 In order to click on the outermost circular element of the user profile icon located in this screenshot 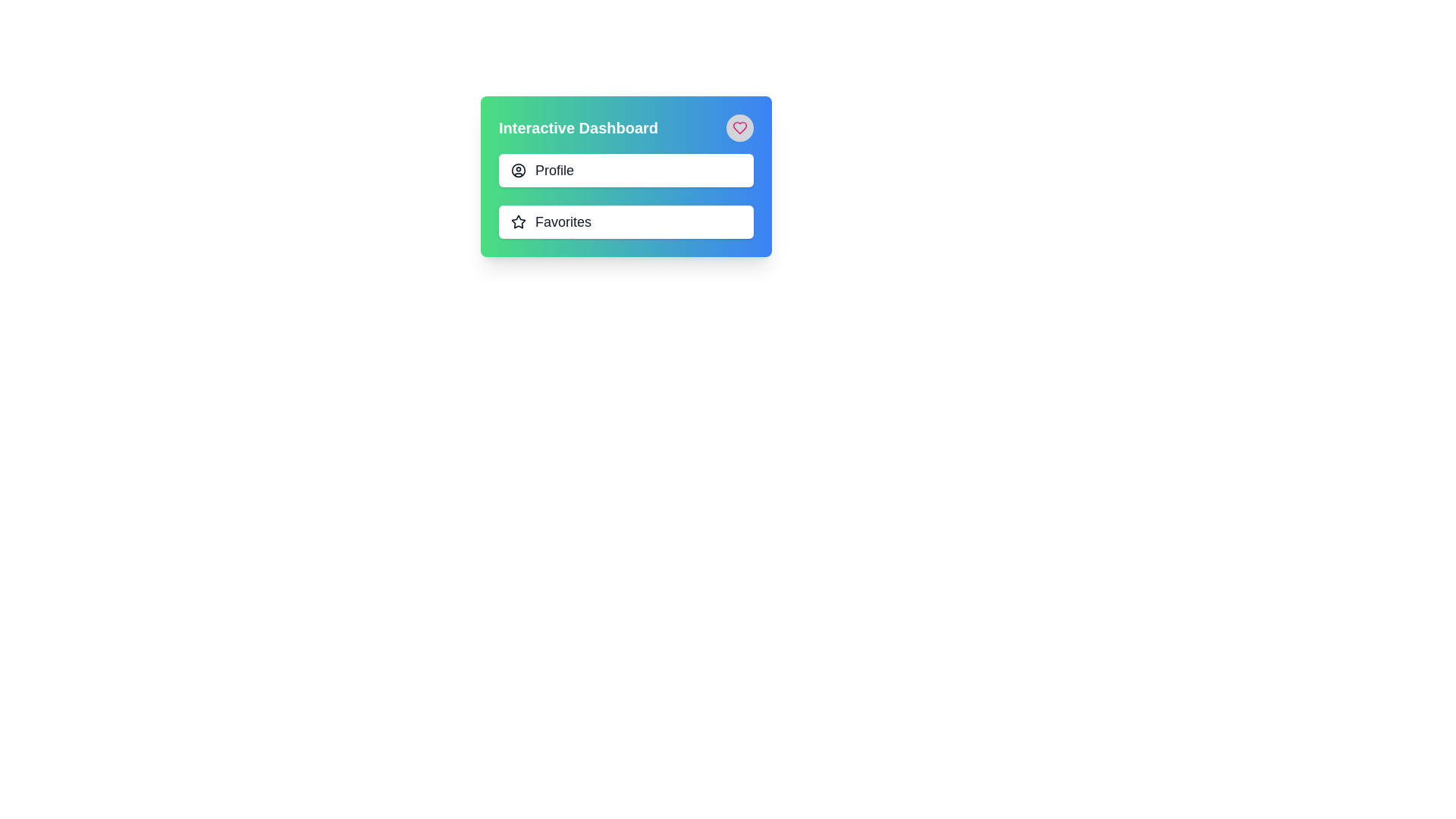, I will do `click(519, 170)`.